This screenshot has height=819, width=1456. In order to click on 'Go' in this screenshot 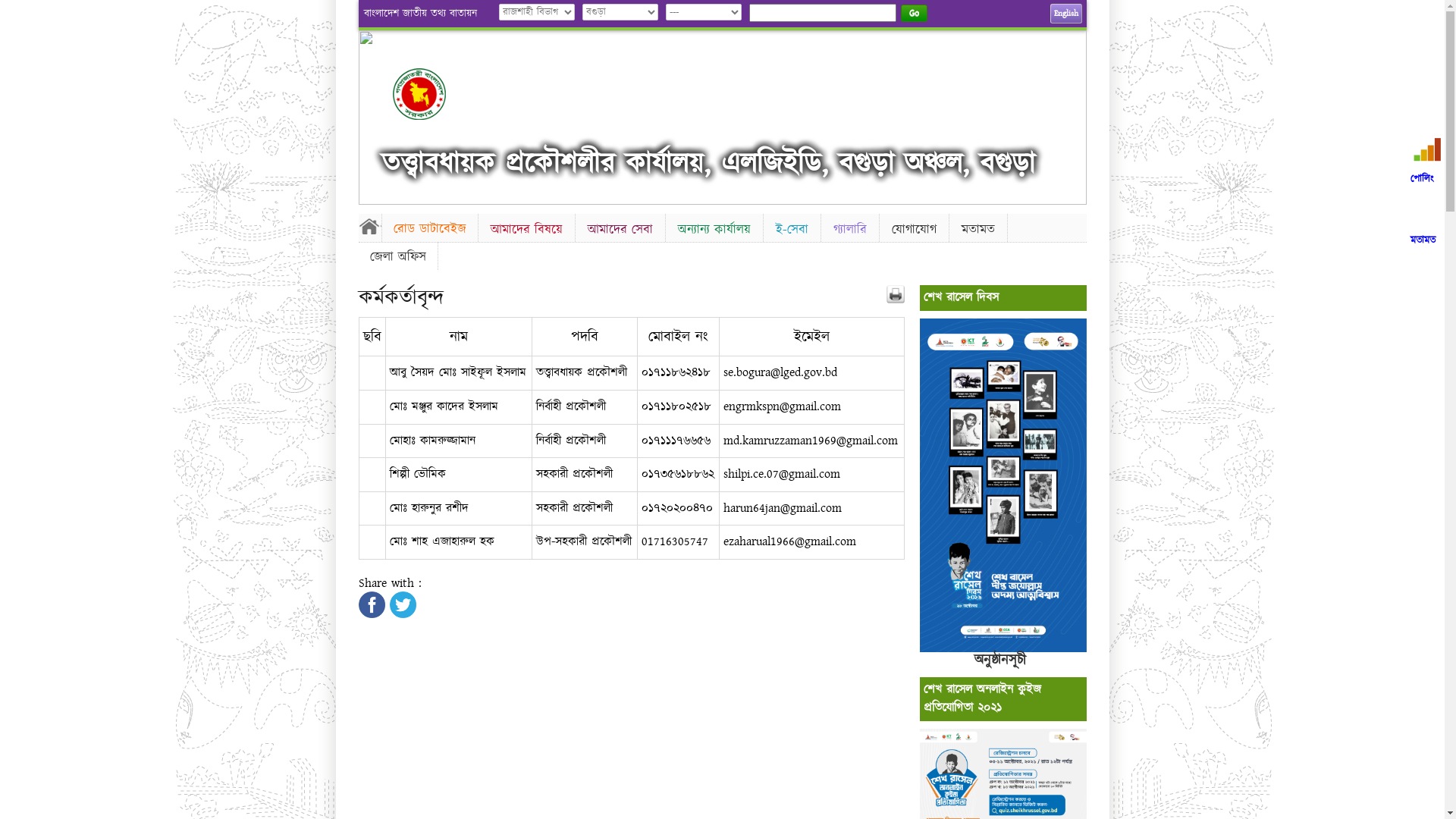, I will do `click(913, 13)`.